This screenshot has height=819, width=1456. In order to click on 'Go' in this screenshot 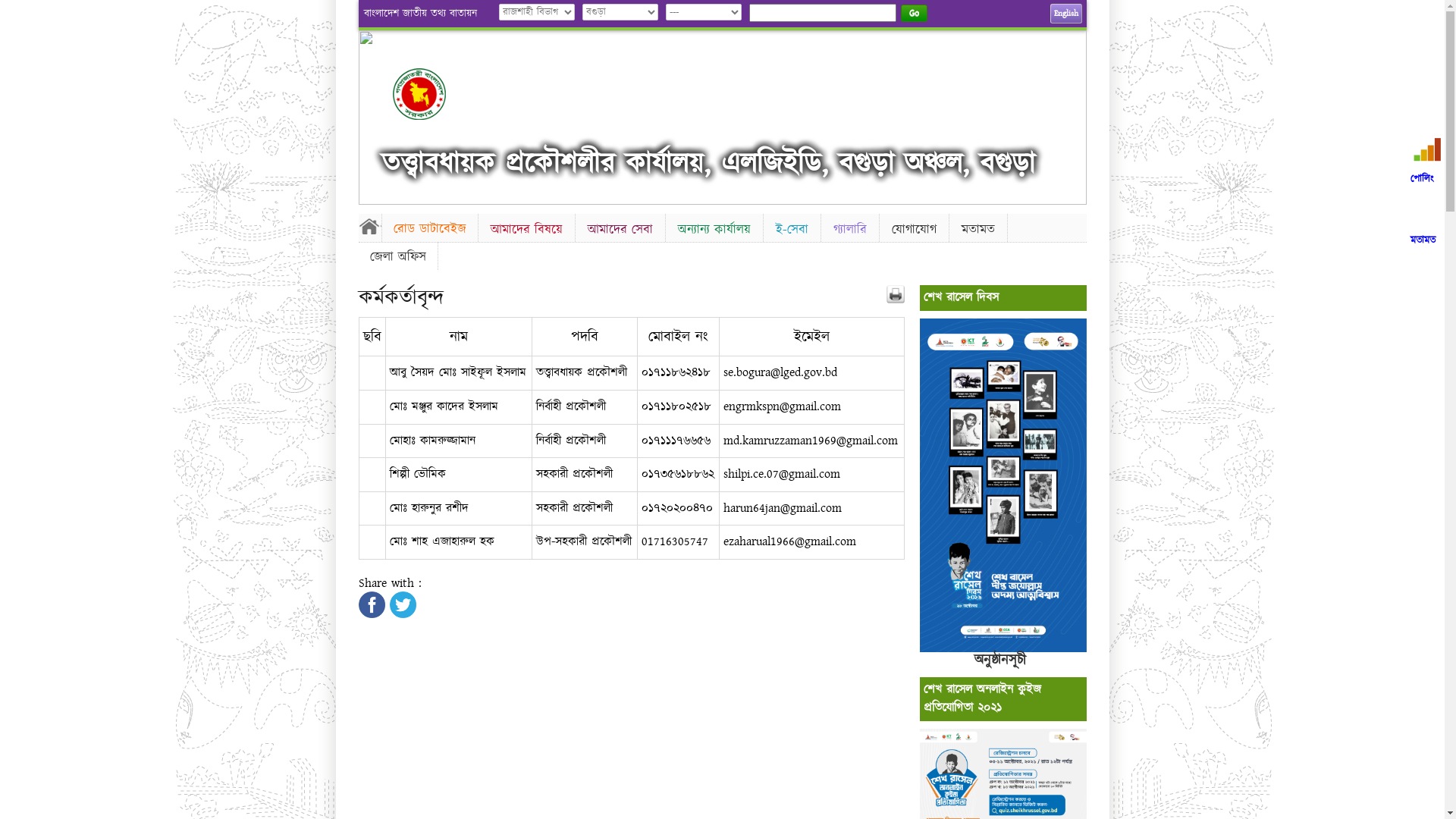, I will do `click(913, 13)`.